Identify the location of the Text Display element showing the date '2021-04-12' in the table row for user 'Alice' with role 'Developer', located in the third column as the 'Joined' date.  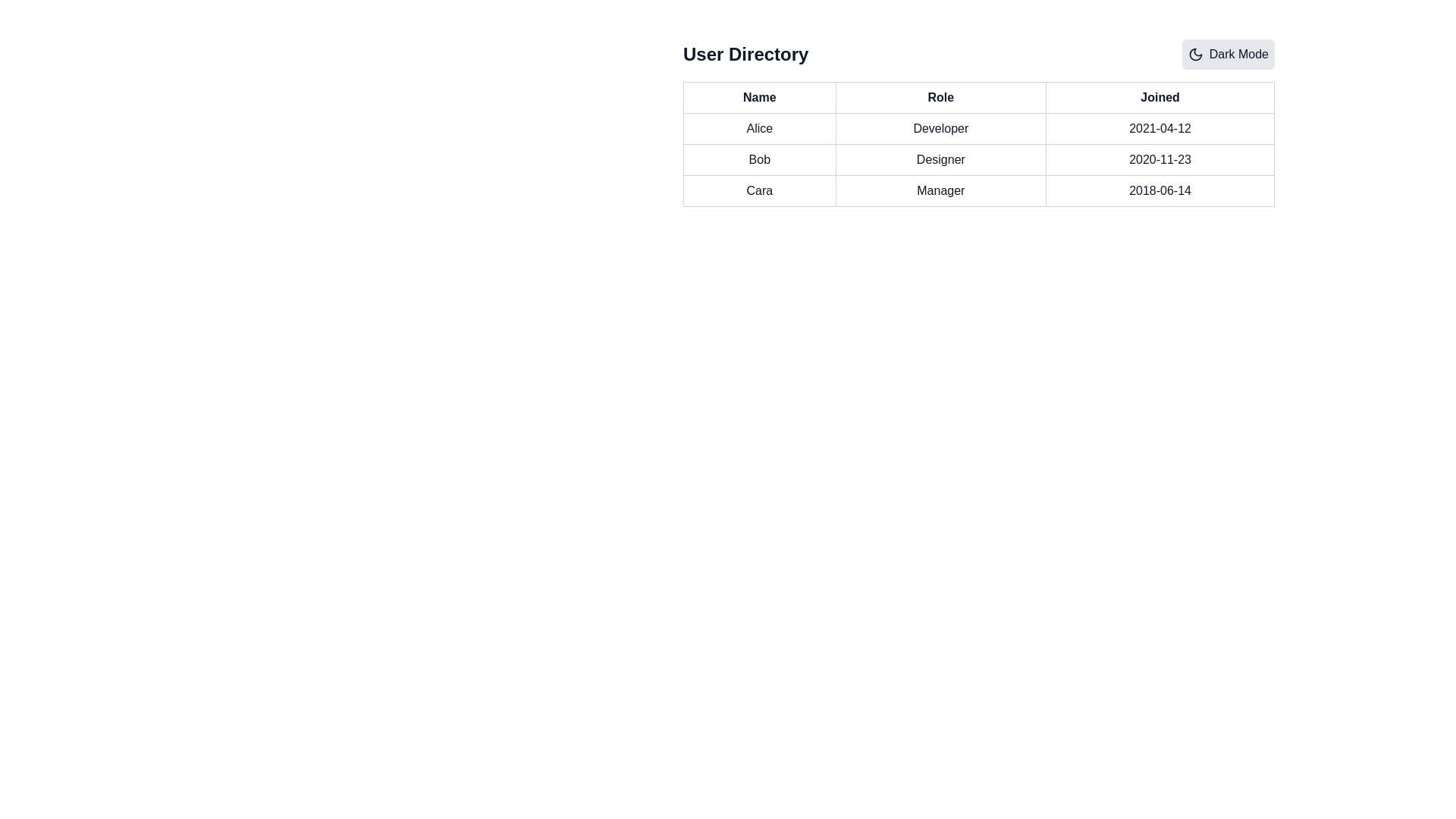
(1159, 127).